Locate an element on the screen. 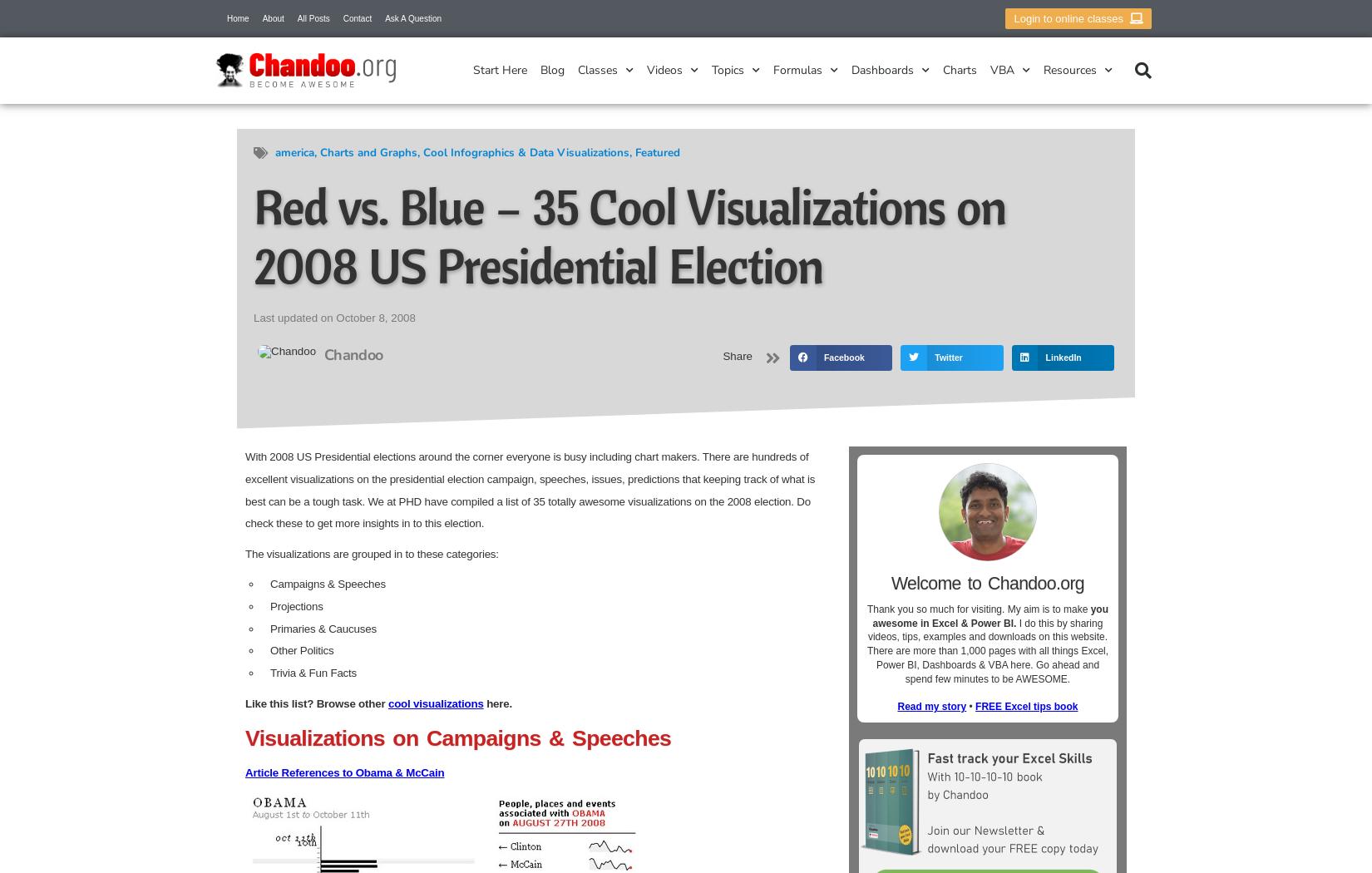  'here.' is located at coordinates (496, 703).